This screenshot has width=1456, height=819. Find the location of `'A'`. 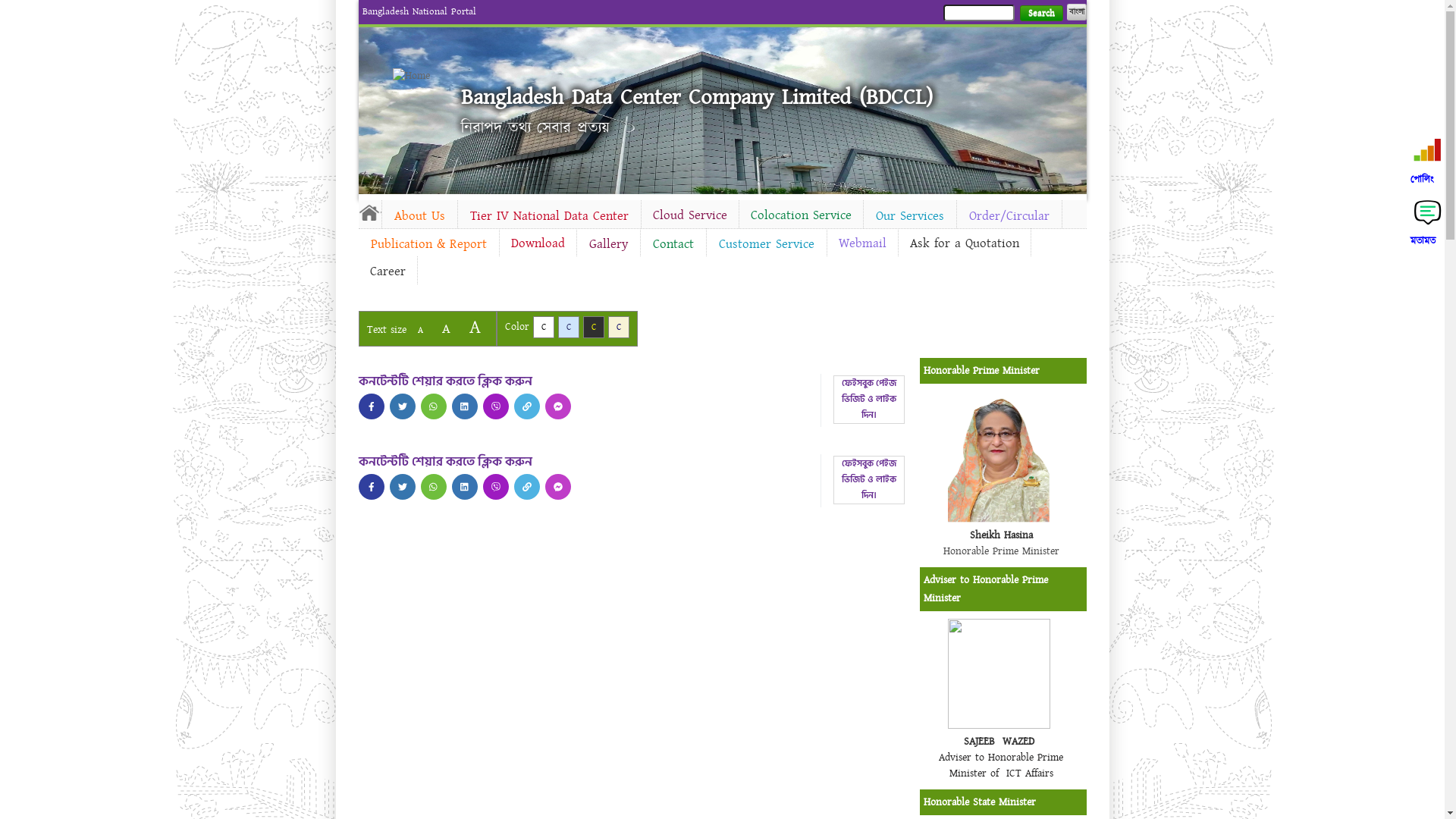

'A' is located at coordinates (460, 326).